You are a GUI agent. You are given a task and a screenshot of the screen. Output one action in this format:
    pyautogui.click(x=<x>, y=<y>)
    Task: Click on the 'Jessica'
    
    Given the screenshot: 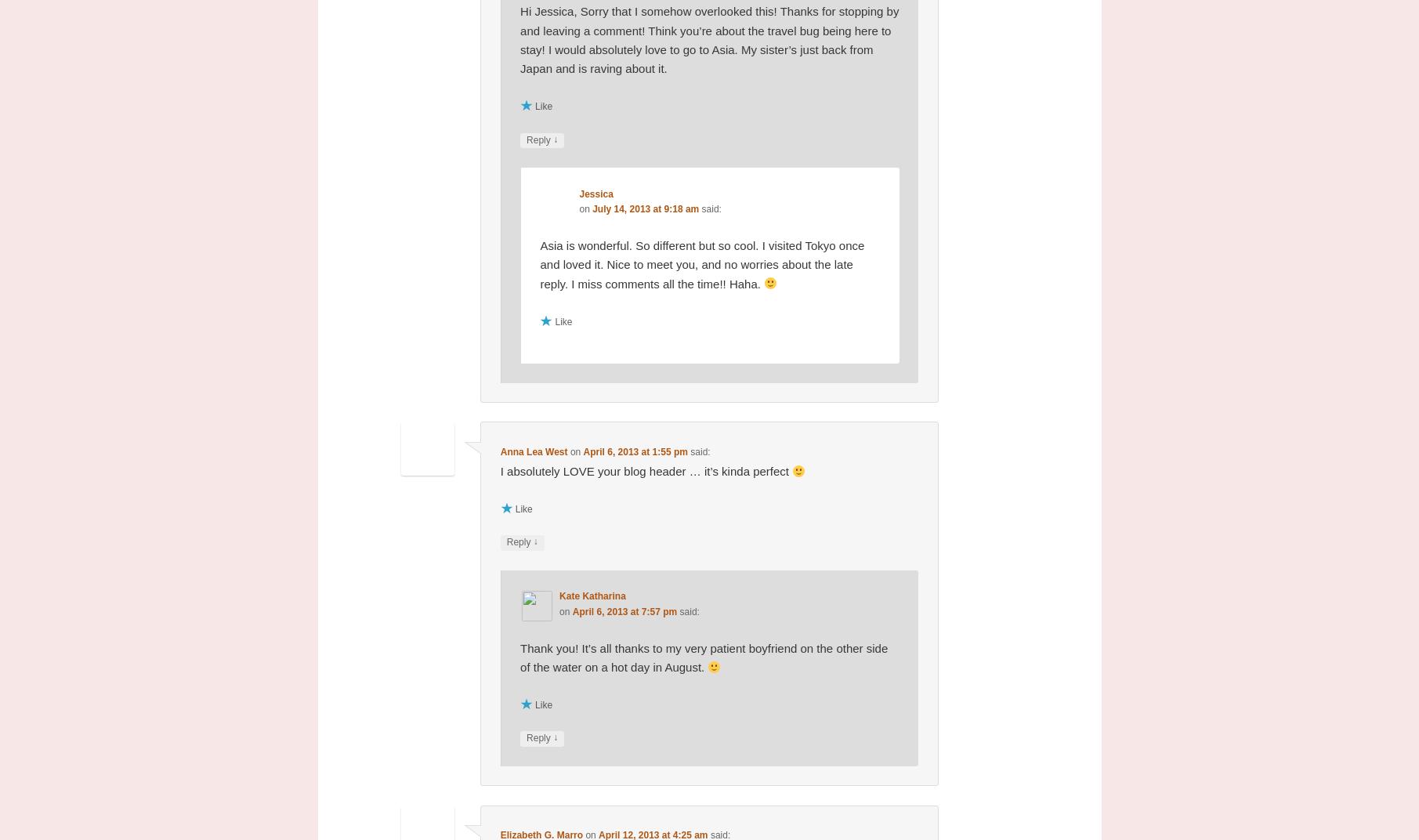 What is the action you would take?
    pyautogui.click(x=595, y=193)
    